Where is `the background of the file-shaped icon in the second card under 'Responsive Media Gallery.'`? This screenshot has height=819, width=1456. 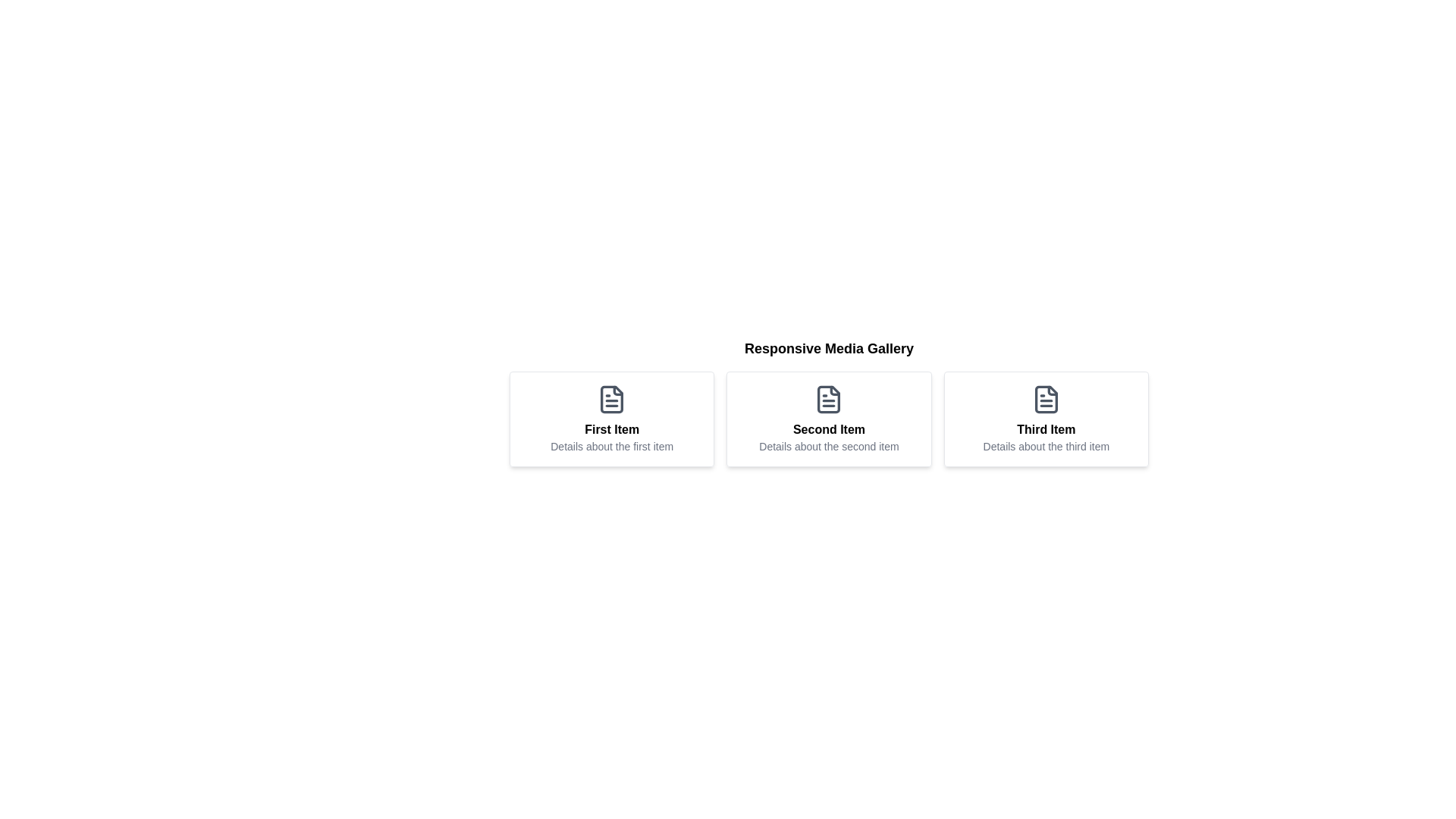
the background of the file-shaped icon in the second card under 'Responsive Media Gallery.' is located at coordinates (828, 399).